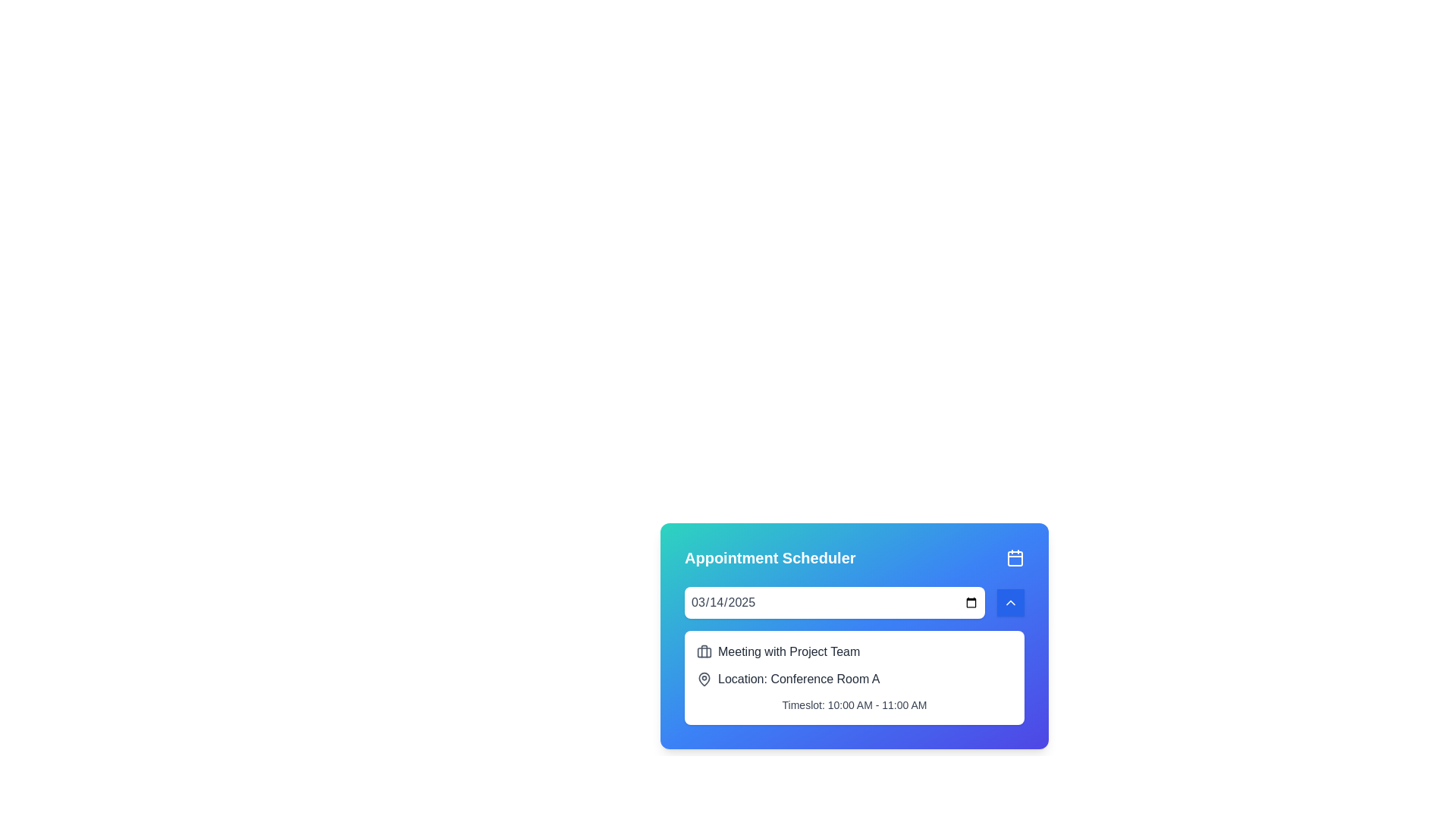  I want to click on the text label displaying 'Timeslot: 10:00 AM - 11:00 AM', located below 'Location: Conference Room A', so click(855, 704).